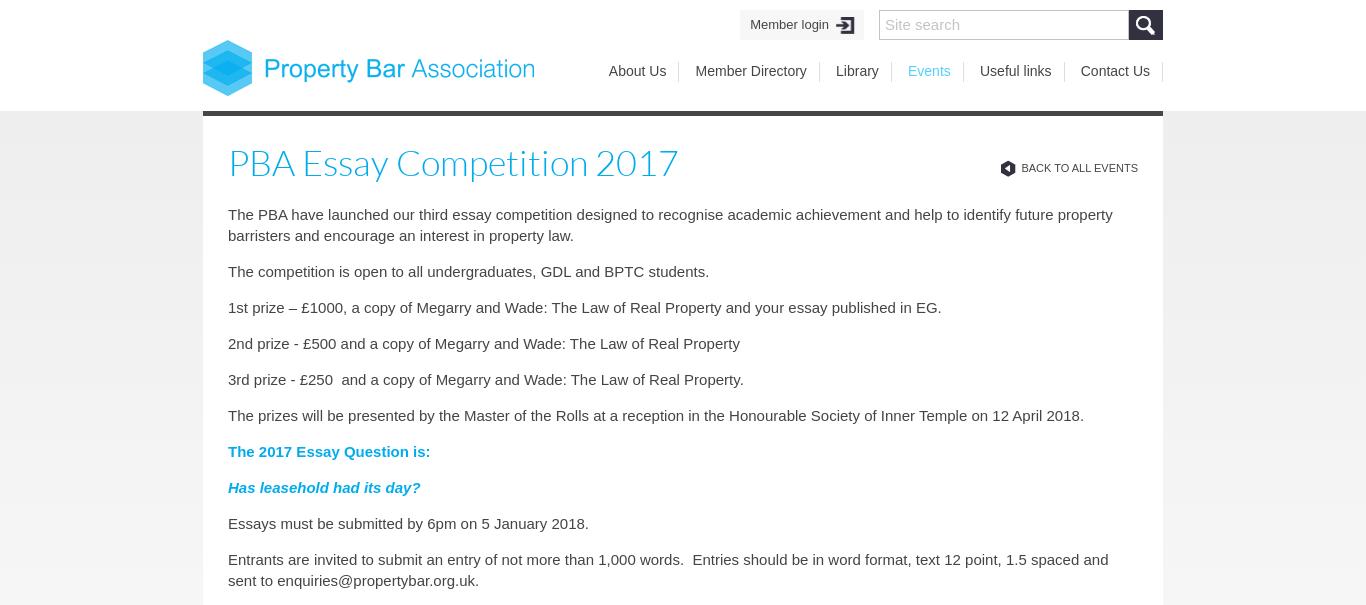 The image size is (1366, 605). Describe the element at coordinates (607, 71) in the screenshot. I see `'About Us'` at that location.